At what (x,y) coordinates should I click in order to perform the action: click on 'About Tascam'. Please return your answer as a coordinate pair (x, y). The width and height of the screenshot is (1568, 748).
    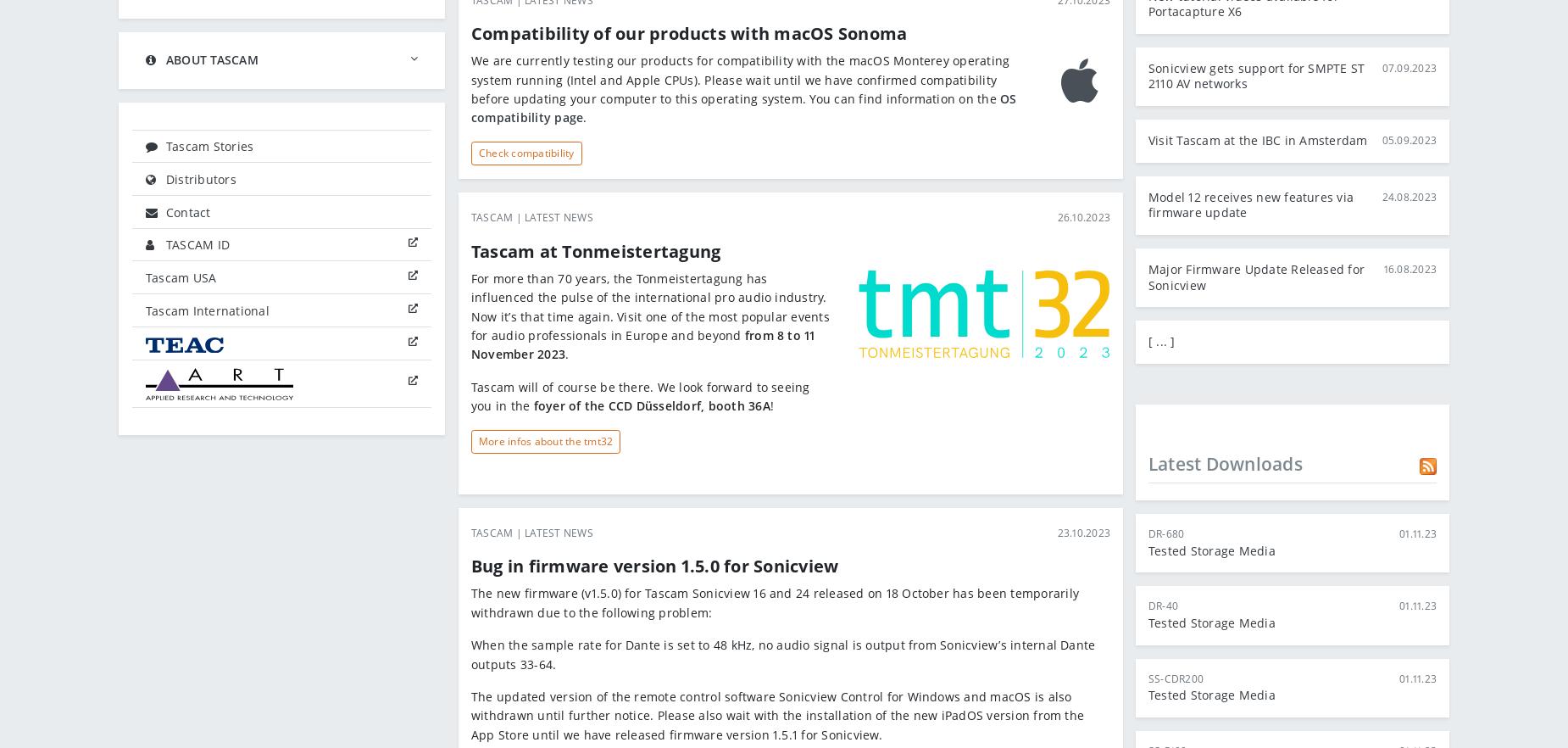
    Looking at the image, I should click on (210, 59).